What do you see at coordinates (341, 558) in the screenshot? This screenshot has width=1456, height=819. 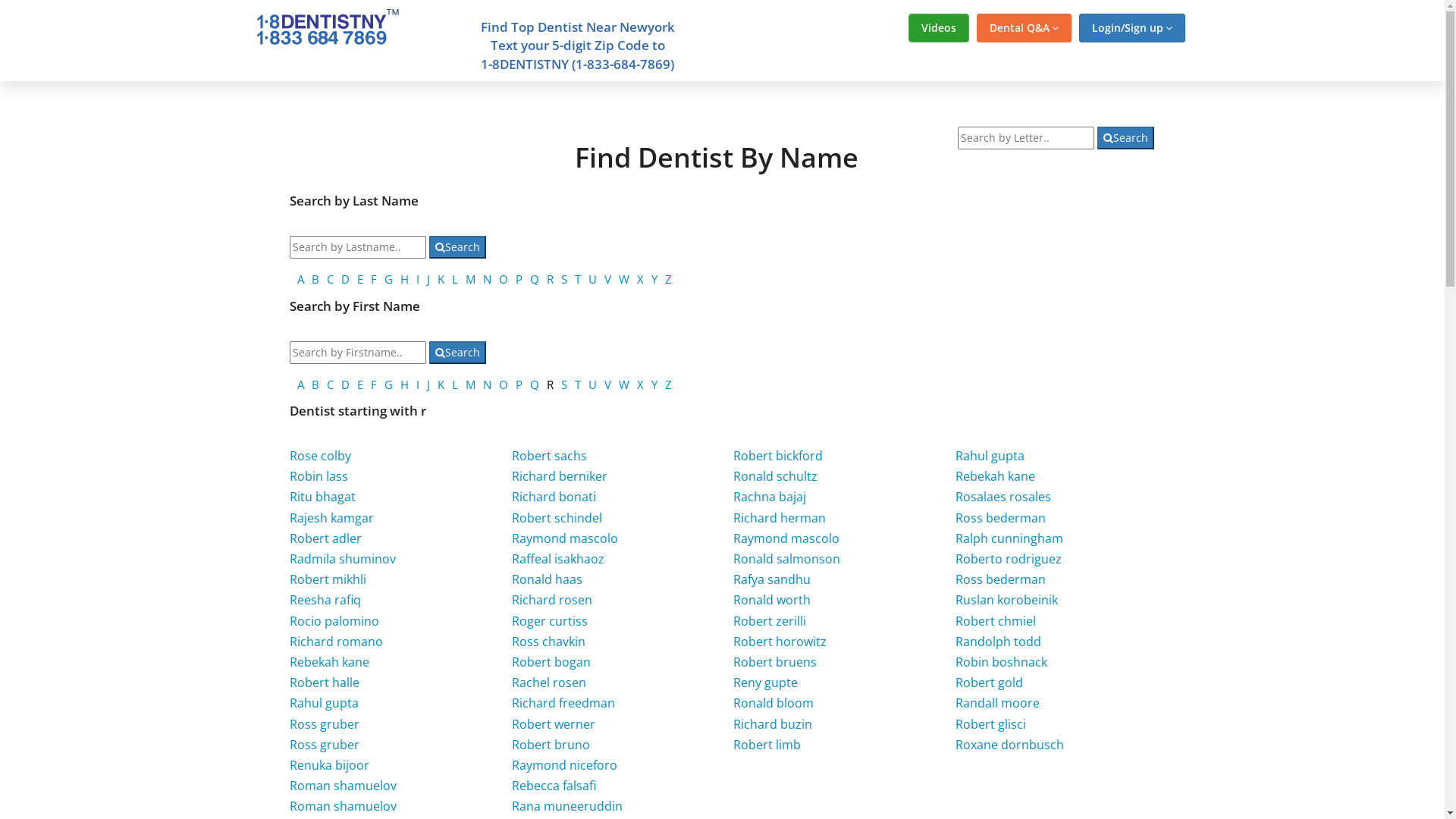 I see `'Radmila shuminov'` at bounding box center [341, 558].